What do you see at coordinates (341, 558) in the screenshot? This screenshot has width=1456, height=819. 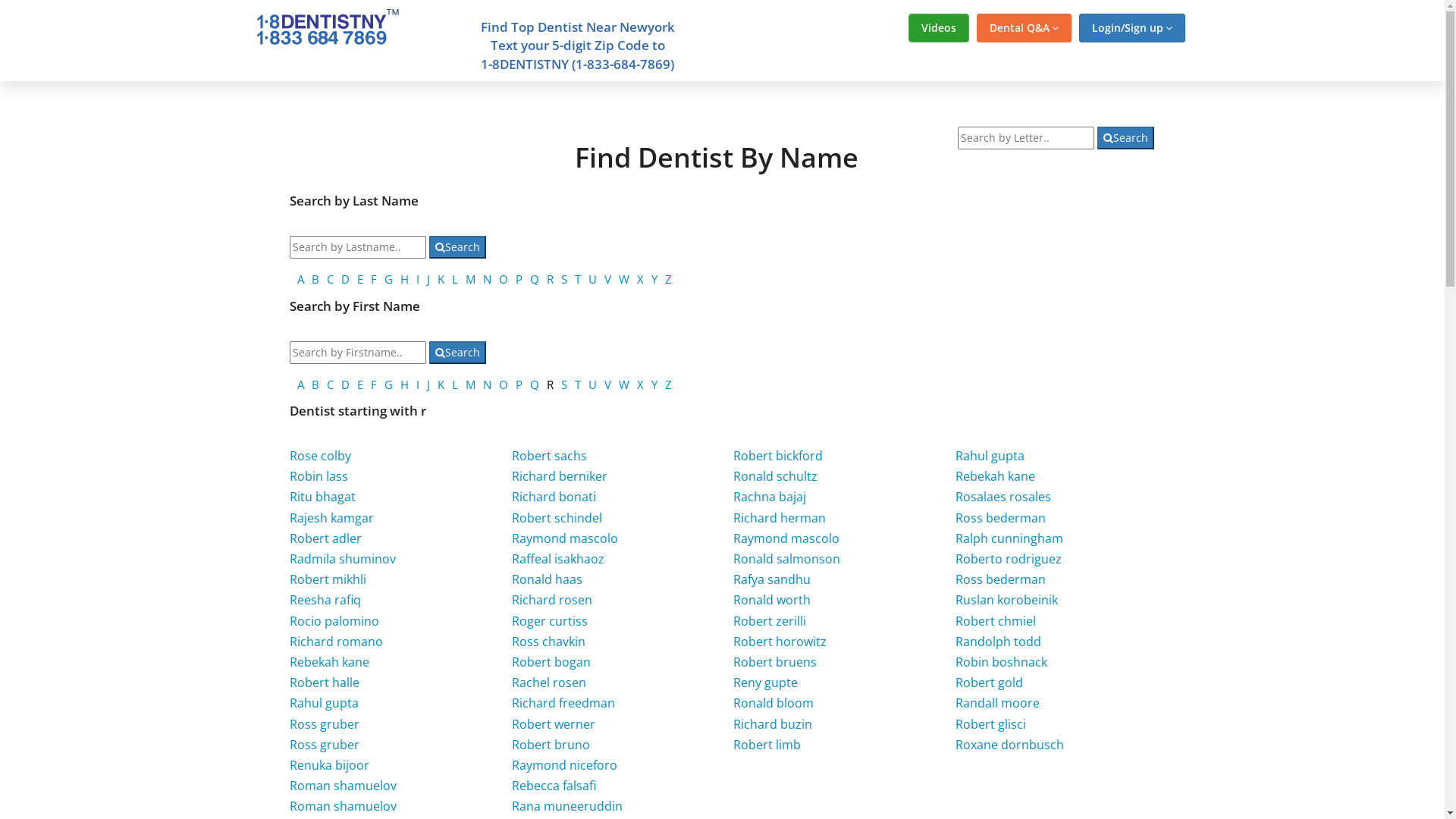 I see `'Radmila shuminov'` at bounding box center [341, 558].